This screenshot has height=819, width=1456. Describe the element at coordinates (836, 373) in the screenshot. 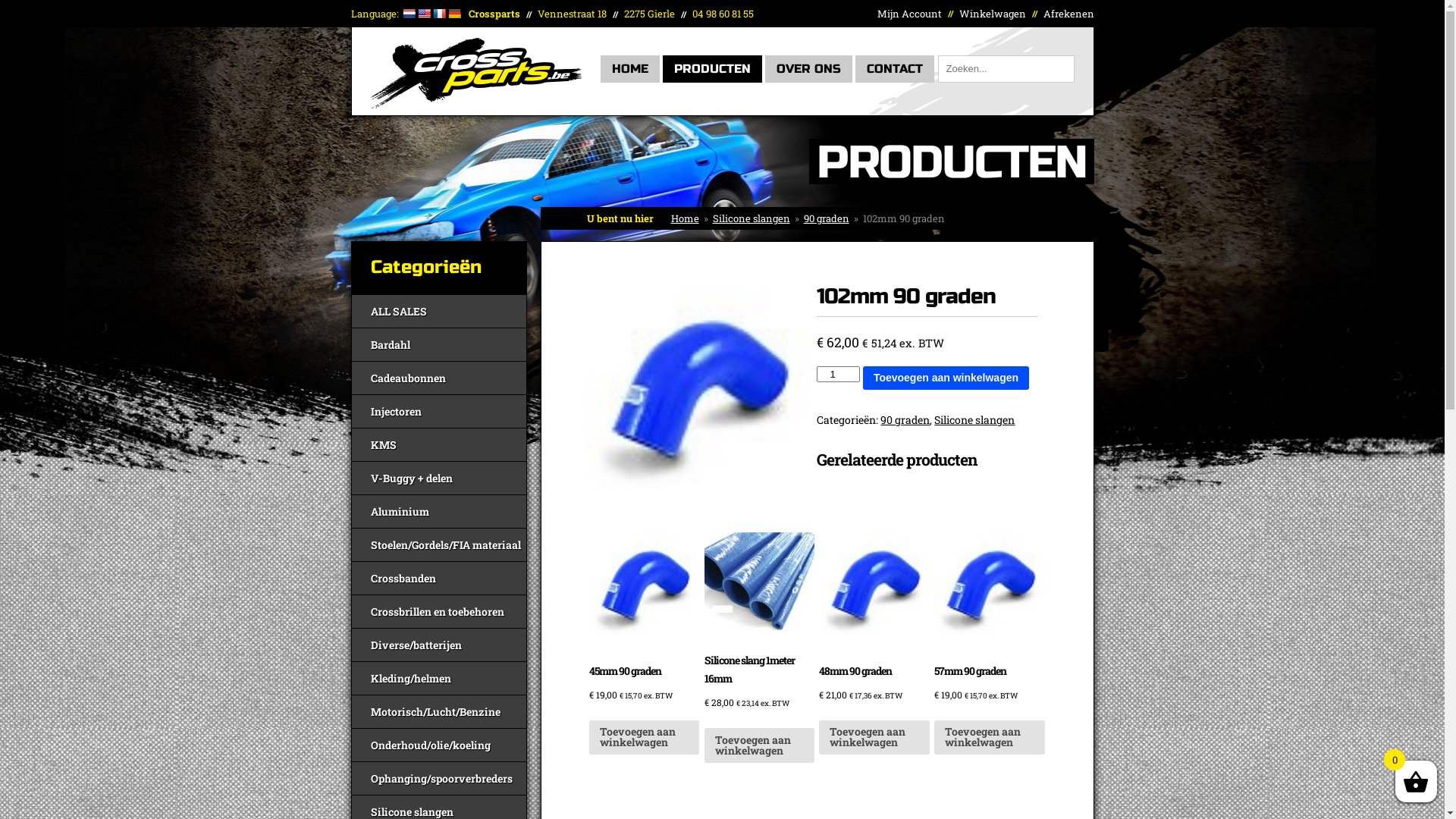

I see `'Aantal'` at that location.